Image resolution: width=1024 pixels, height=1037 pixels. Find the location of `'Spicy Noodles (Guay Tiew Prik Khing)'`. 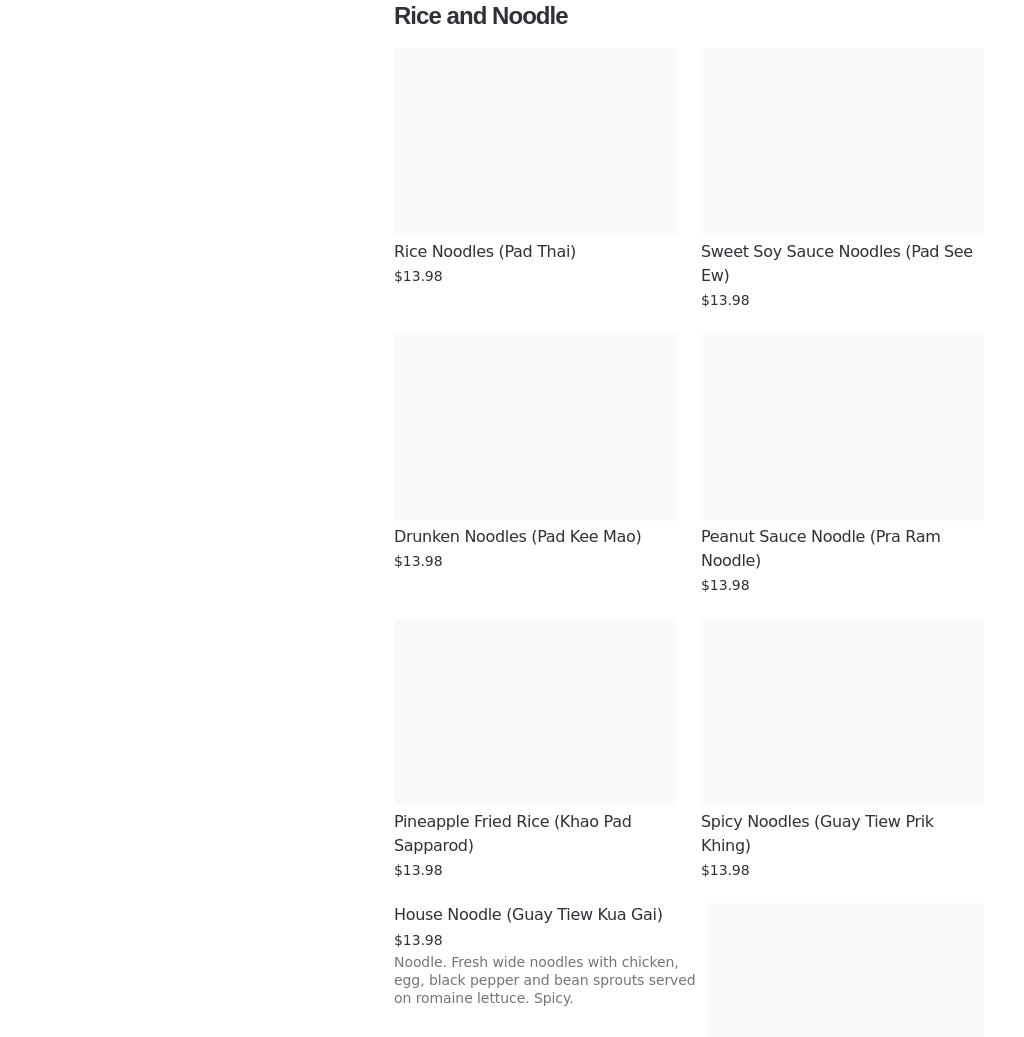

'Spicy Noodles (Guay Tiew Prik Khing)' is located at coordinates (818, 833).